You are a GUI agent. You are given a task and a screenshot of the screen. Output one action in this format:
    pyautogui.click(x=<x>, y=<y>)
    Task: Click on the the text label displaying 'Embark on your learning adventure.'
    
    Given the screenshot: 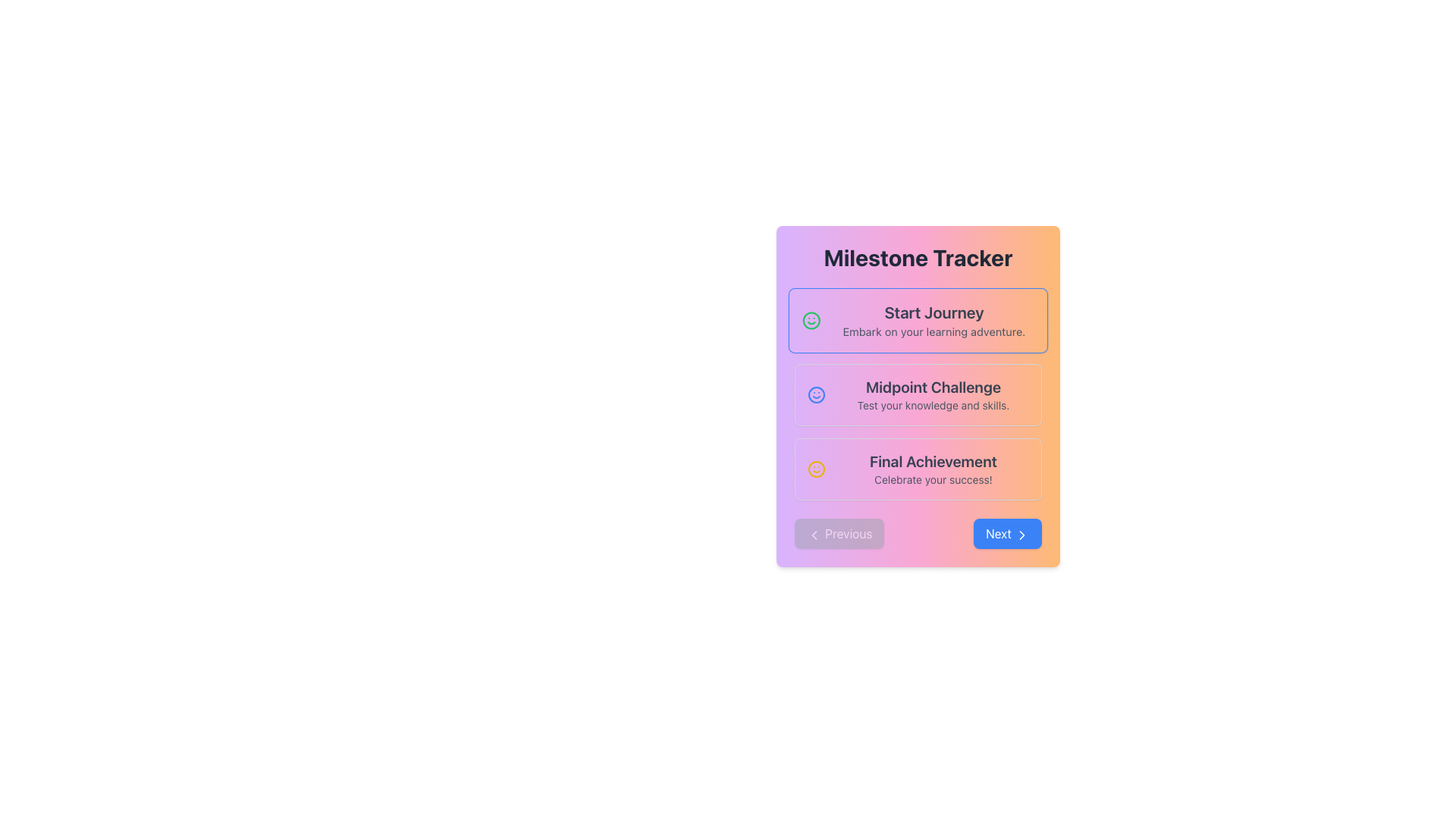 What is the action you would take?
    pyautogui.click(x=934, y=330)
    